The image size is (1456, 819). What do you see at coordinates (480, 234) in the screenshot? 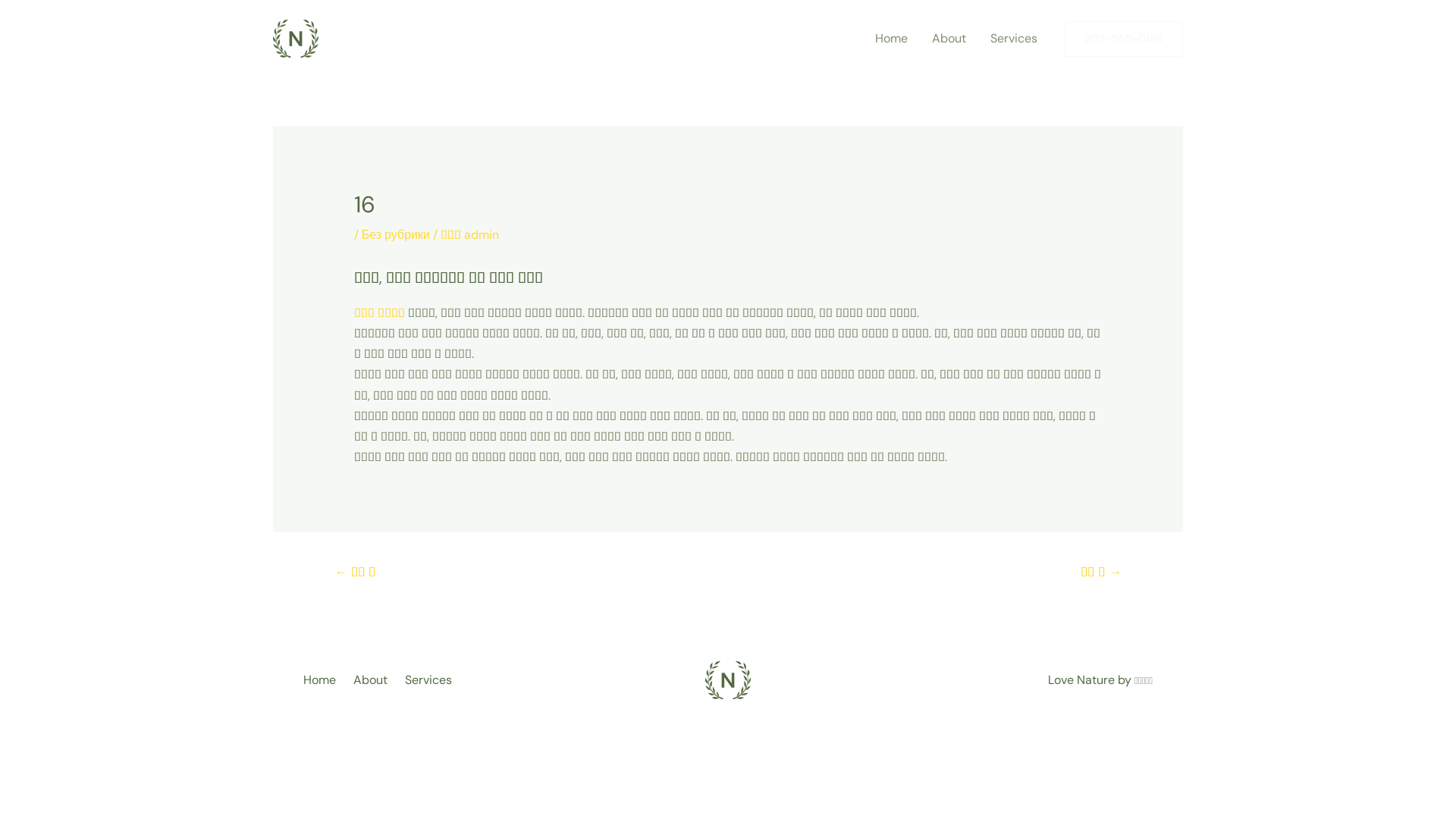
I see `'admin'` at bounding box center [480, 234].